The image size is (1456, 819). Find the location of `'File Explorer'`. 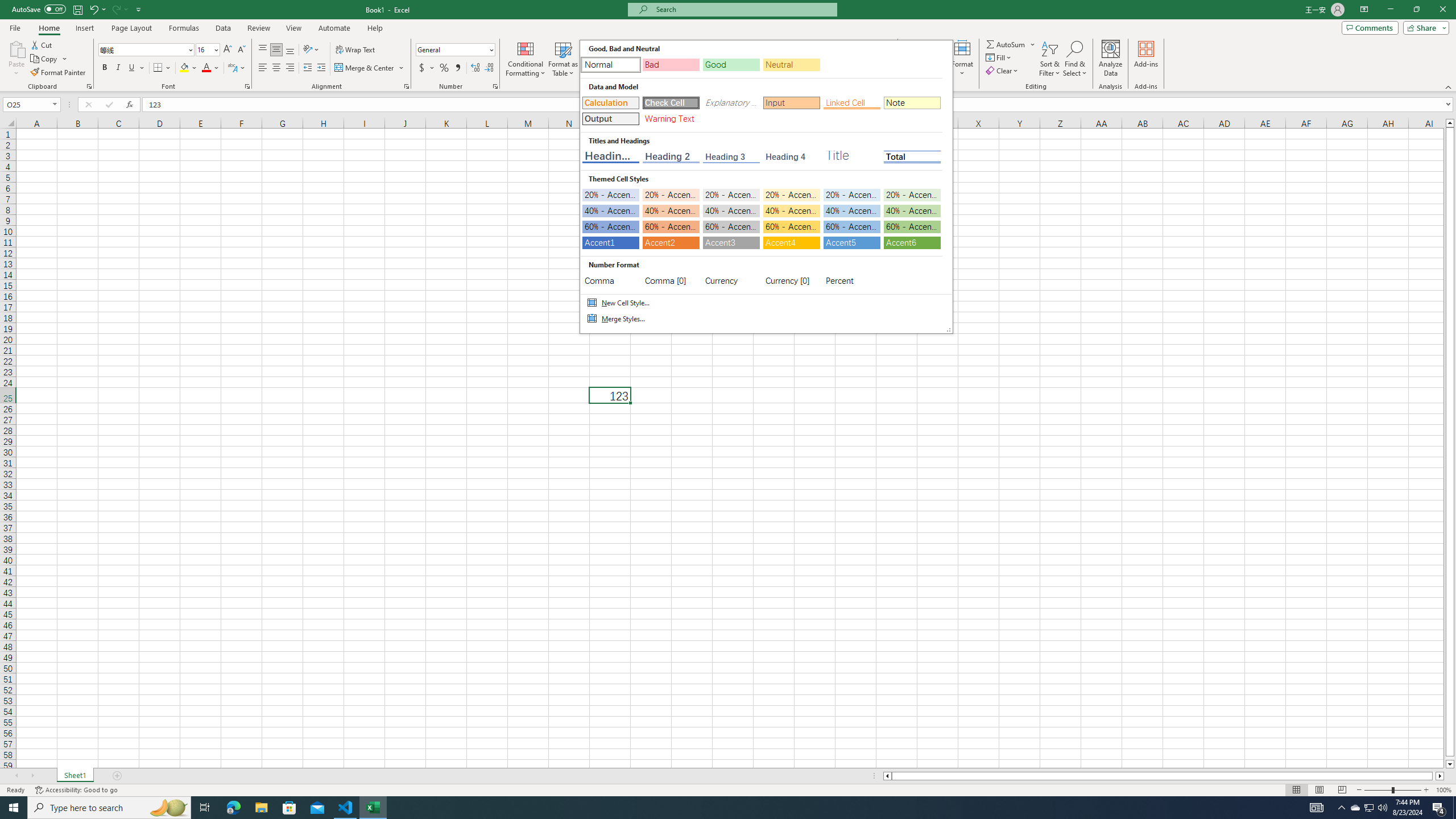

'File Explorer' is located at coordinates (260, 806).